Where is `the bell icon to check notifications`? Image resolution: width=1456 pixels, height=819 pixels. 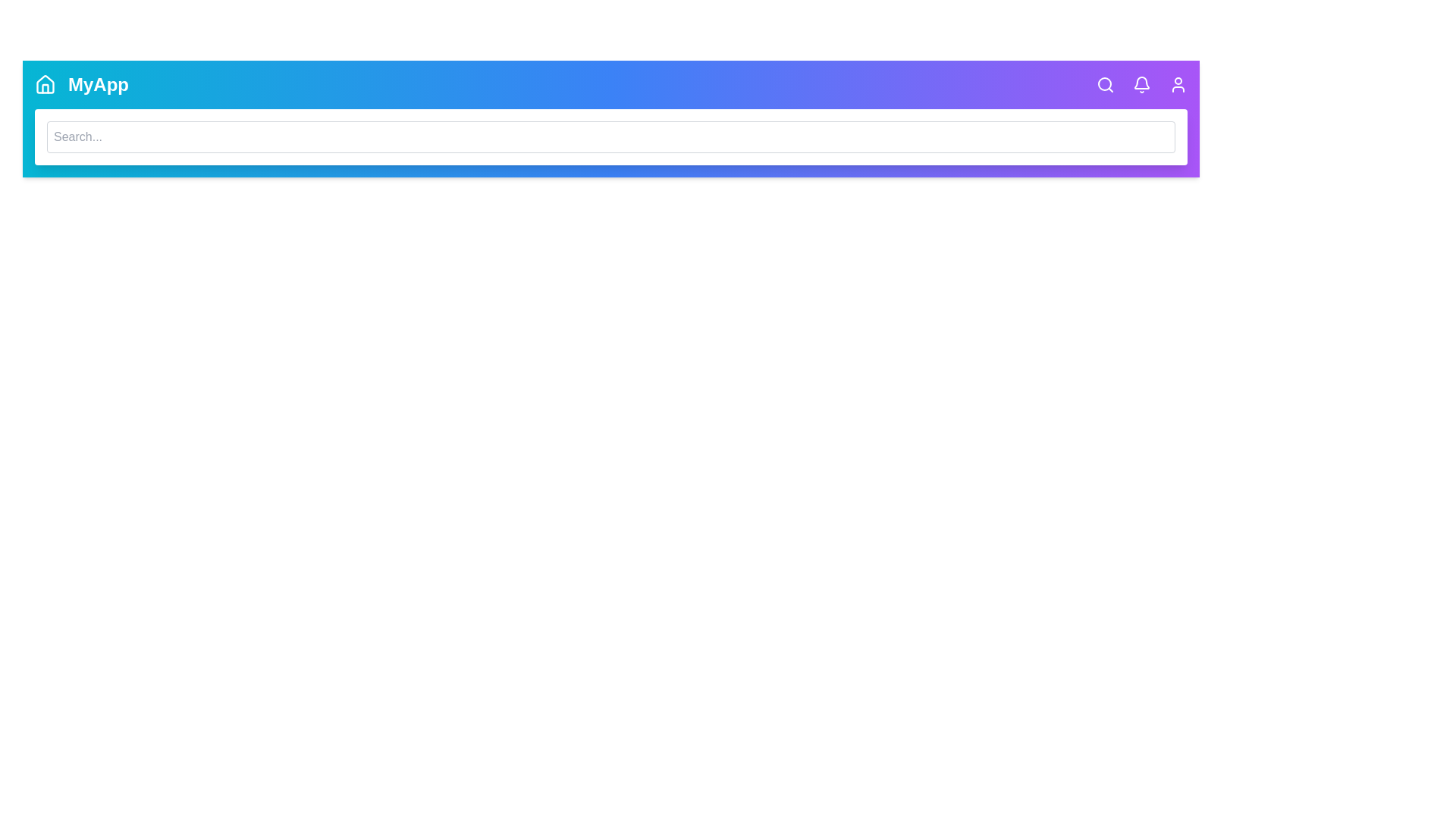 the bell icon to check notifications is located at coordinates (1142, 84).